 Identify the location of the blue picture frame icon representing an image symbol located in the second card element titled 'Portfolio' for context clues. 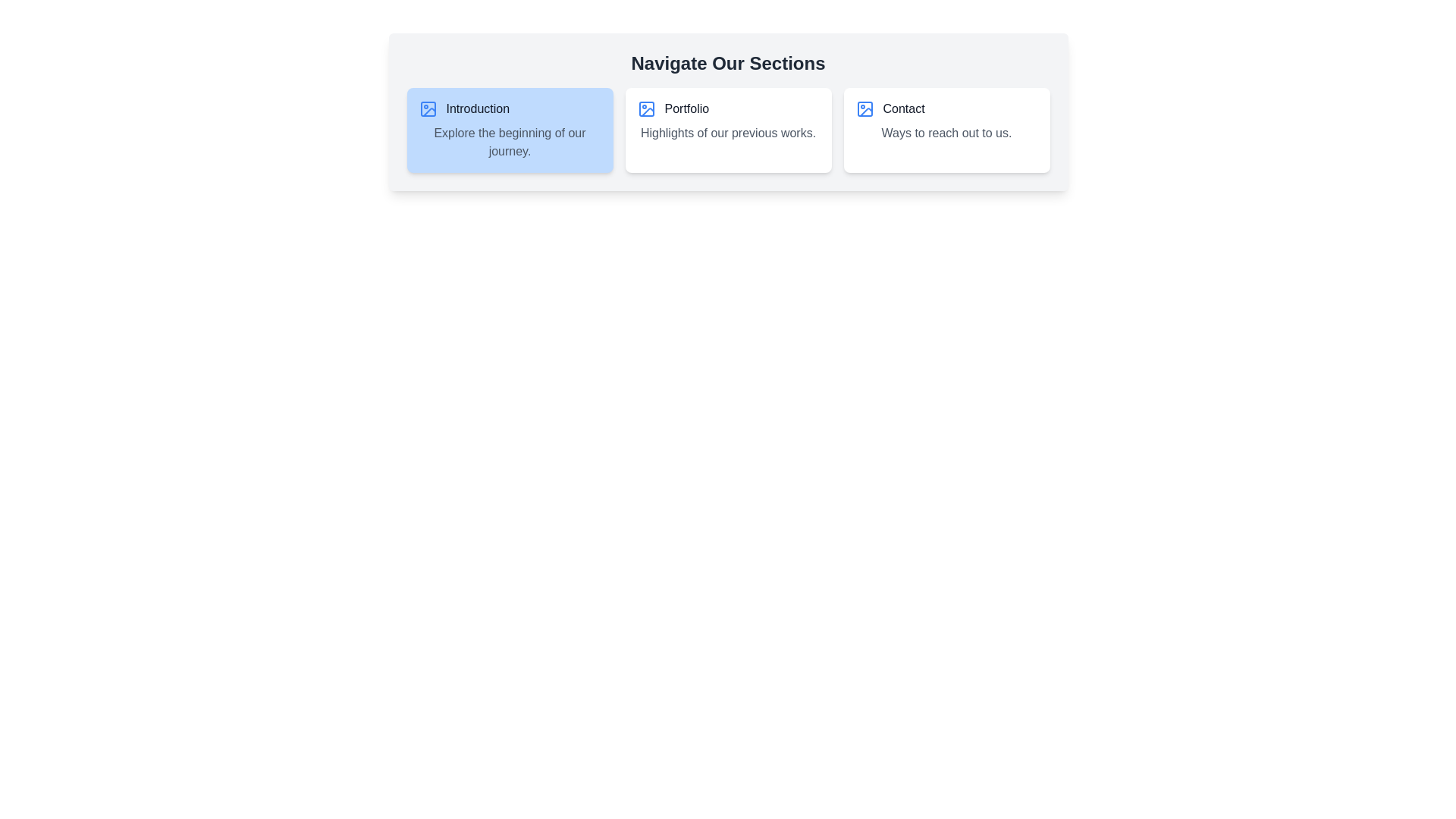
(646, 108).